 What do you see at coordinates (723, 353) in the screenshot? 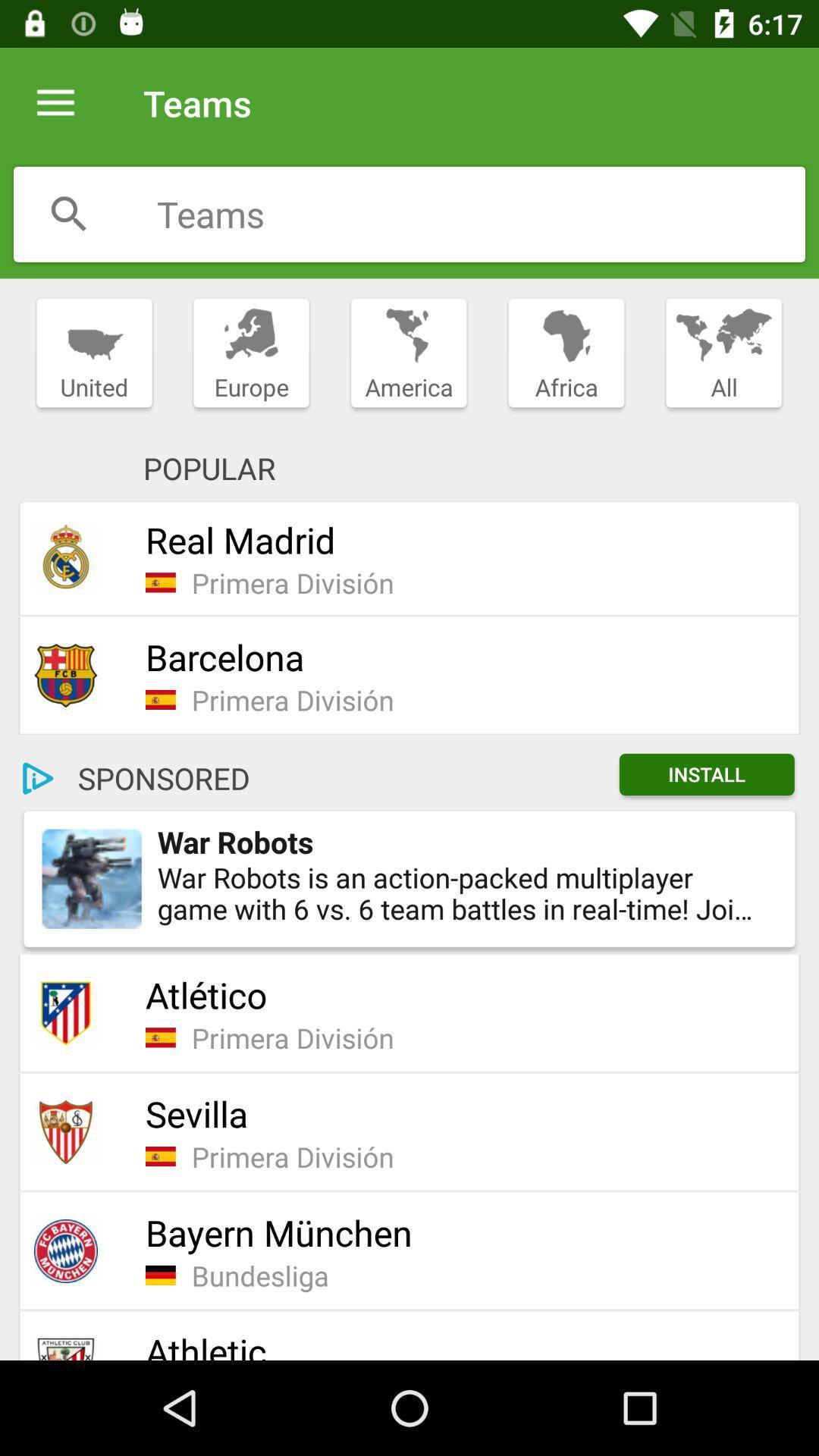
I see `icon next to africa item` at bounding box center [723, 353].